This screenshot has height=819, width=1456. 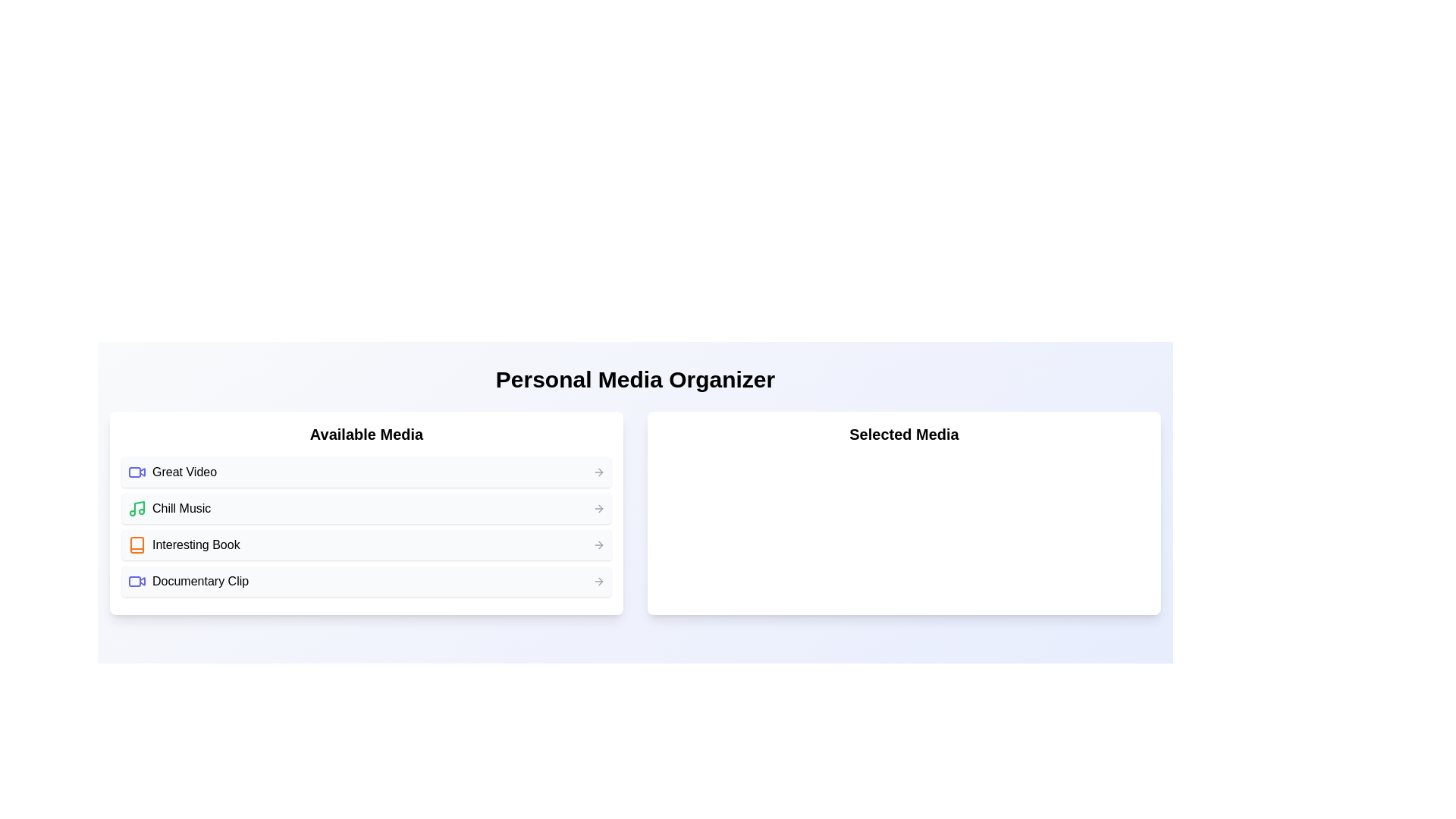 What do you see at coordinates (600, 544) in the screenshot?
I see `the right-pointing arrow icon that indicates navigation for the media item 'Interesting Book'` at bounding box center [600, 544].